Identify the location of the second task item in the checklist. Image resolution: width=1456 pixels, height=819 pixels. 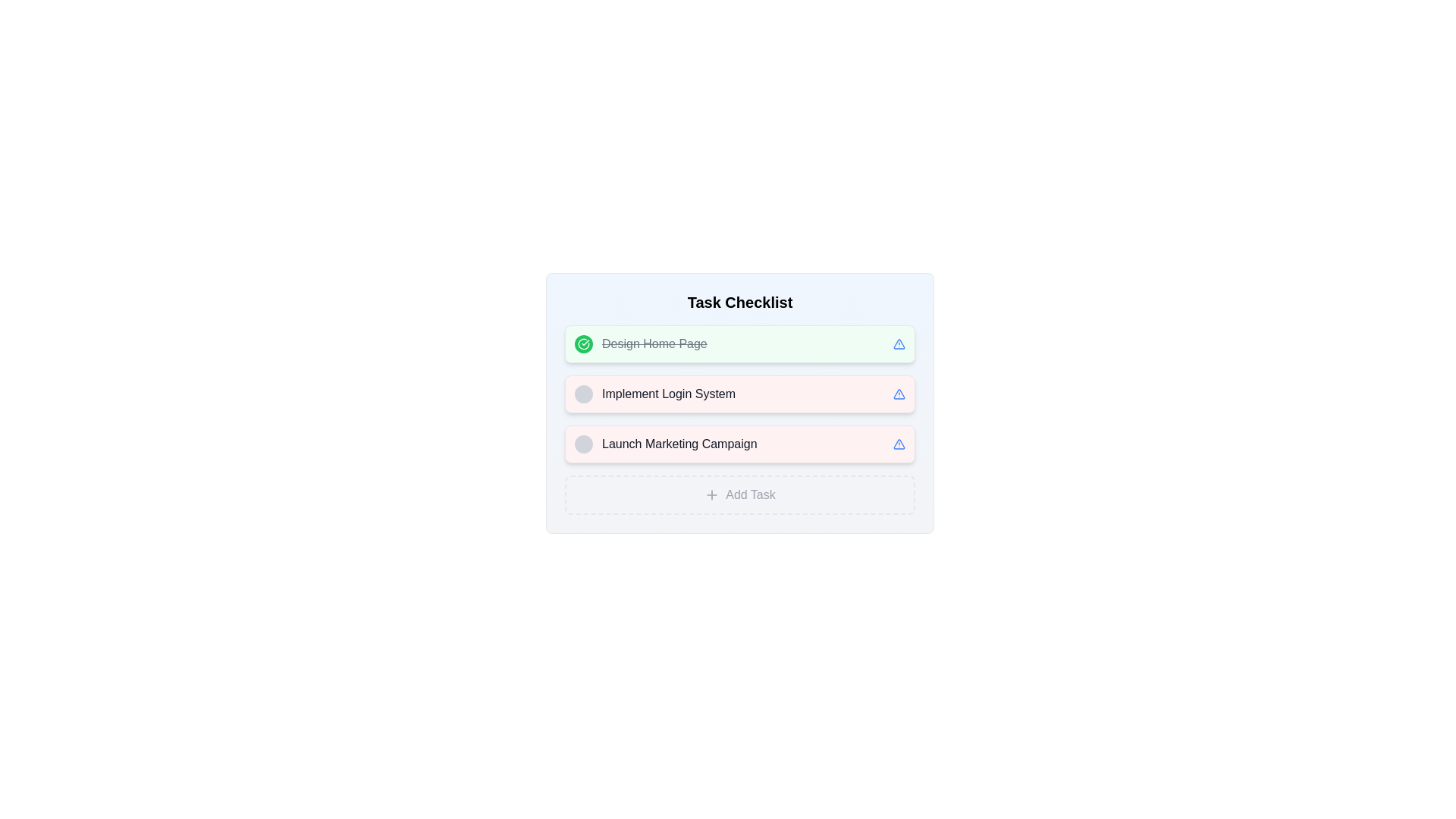
(739, 394).